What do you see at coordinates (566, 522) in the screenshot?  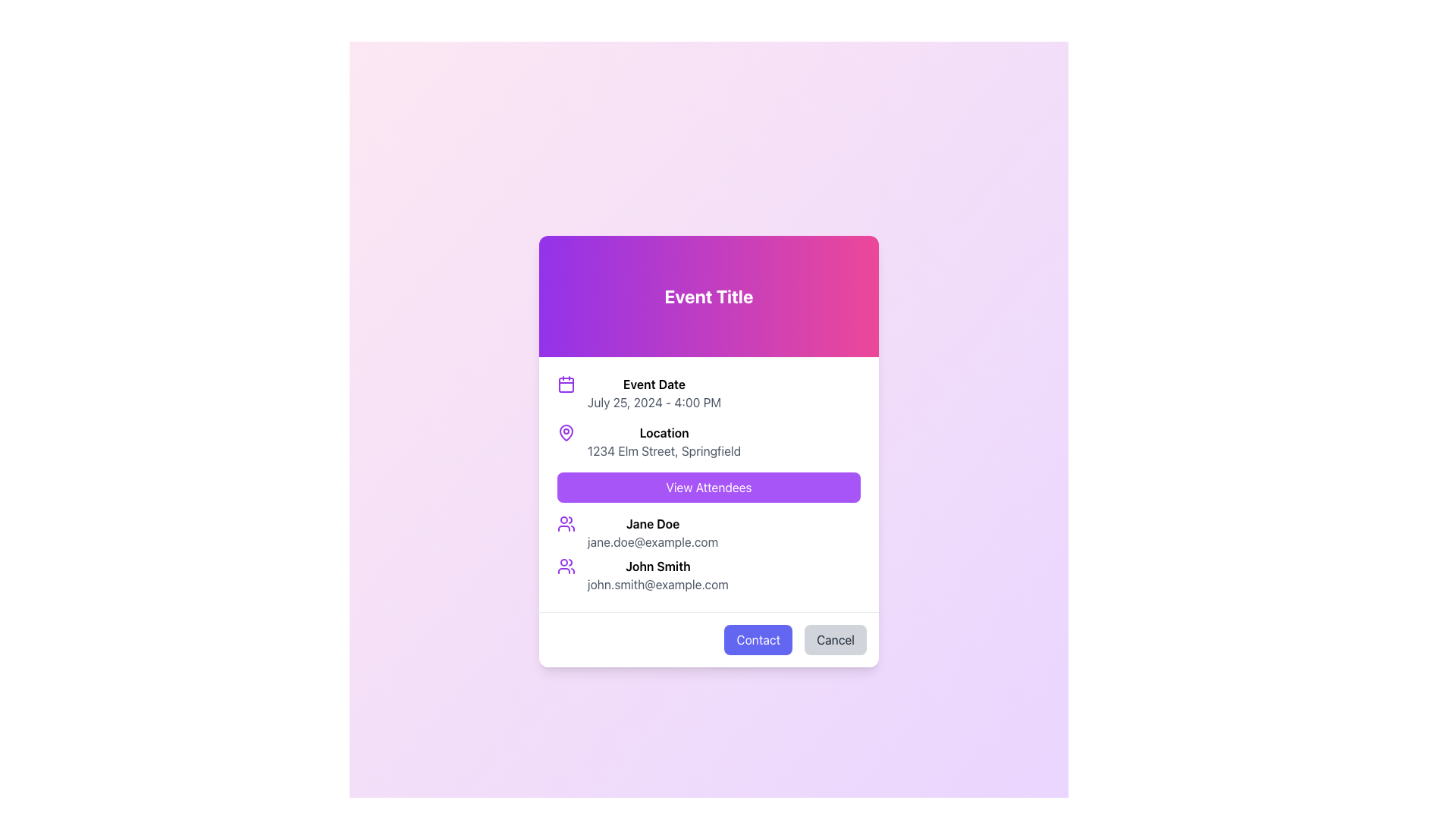 I see `the SVG icon representing users or group, which is aligned with the text 'Jane Doe' and 'jane.doe@example.com' in the lower part of the information panel` at bounding box center [566, 522].